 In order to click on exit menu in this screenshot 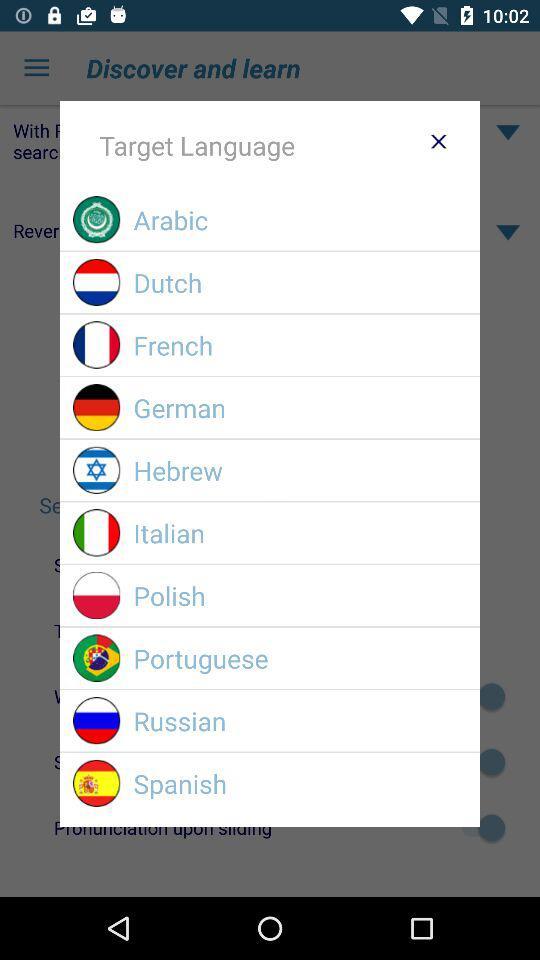, I will do `click(437, 140)`.